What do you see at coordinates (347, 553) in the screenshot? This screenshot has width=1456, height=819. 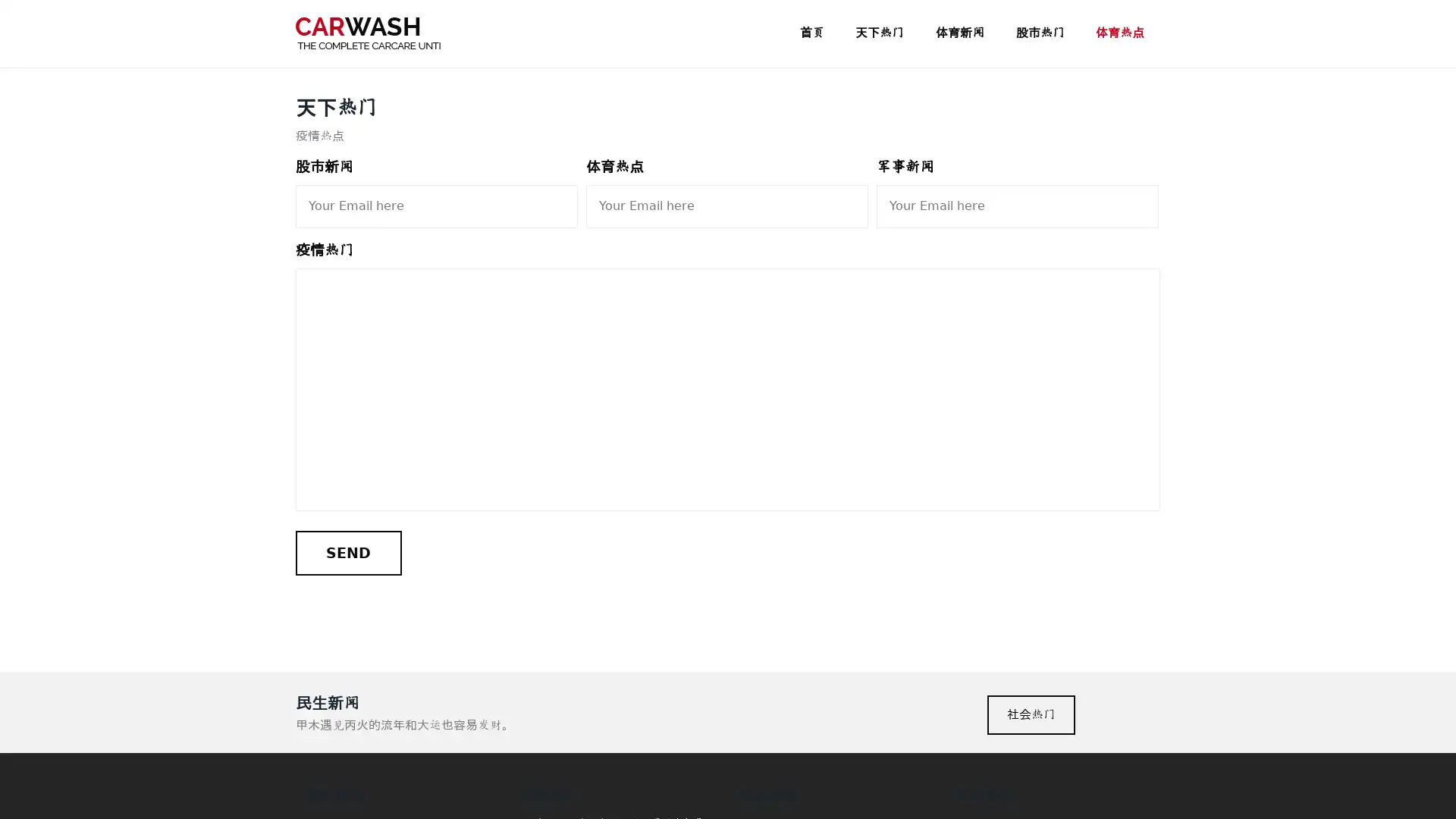 I see `send` at bounding box center [347, 553].